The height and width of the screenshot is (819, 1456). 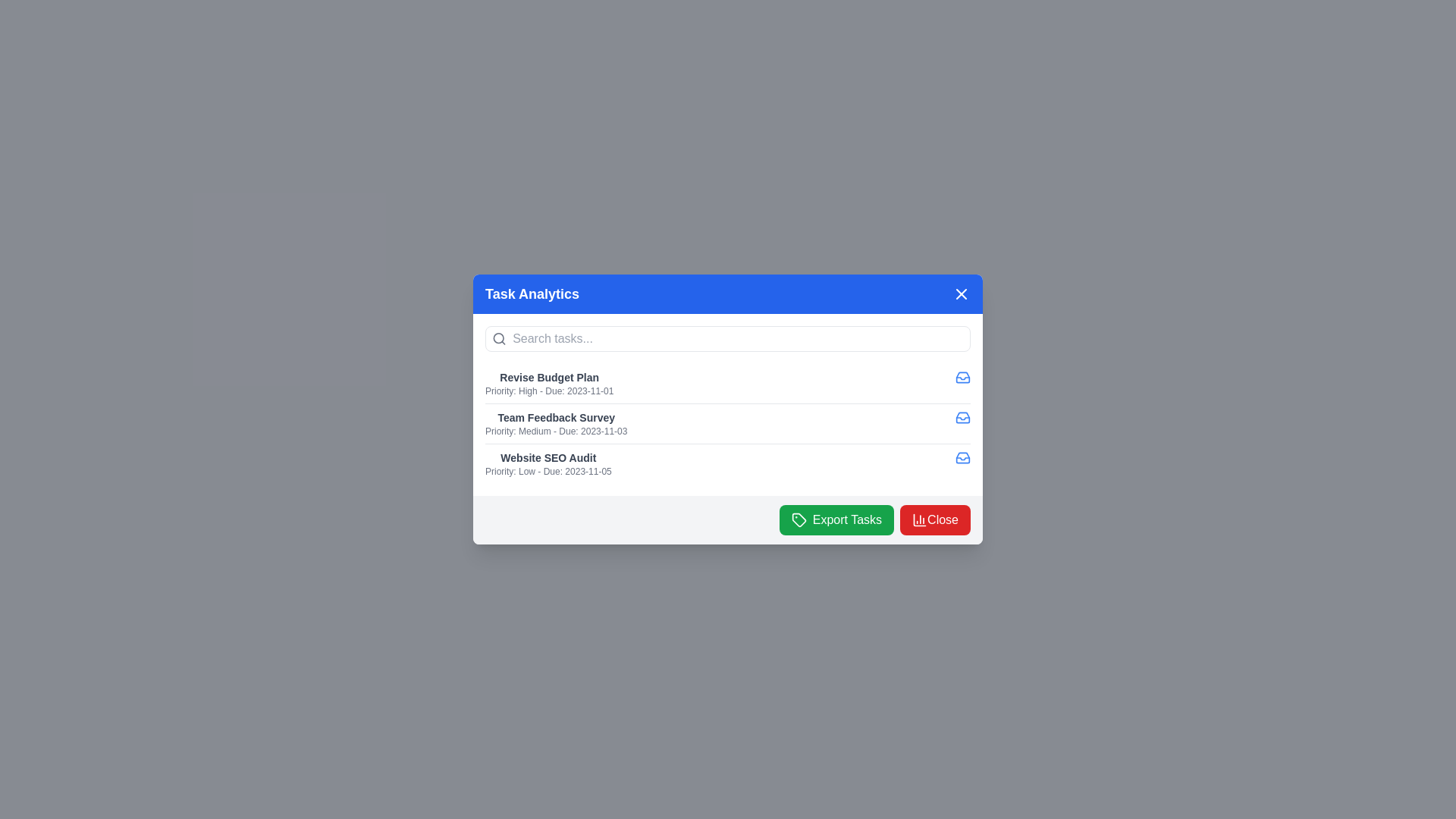 What do you see at coordinates (836, 519) in the screenshot?
I see `the export button located in the bottom-right section of the modal for keyboard navigation` at bounding box center [836, 519].